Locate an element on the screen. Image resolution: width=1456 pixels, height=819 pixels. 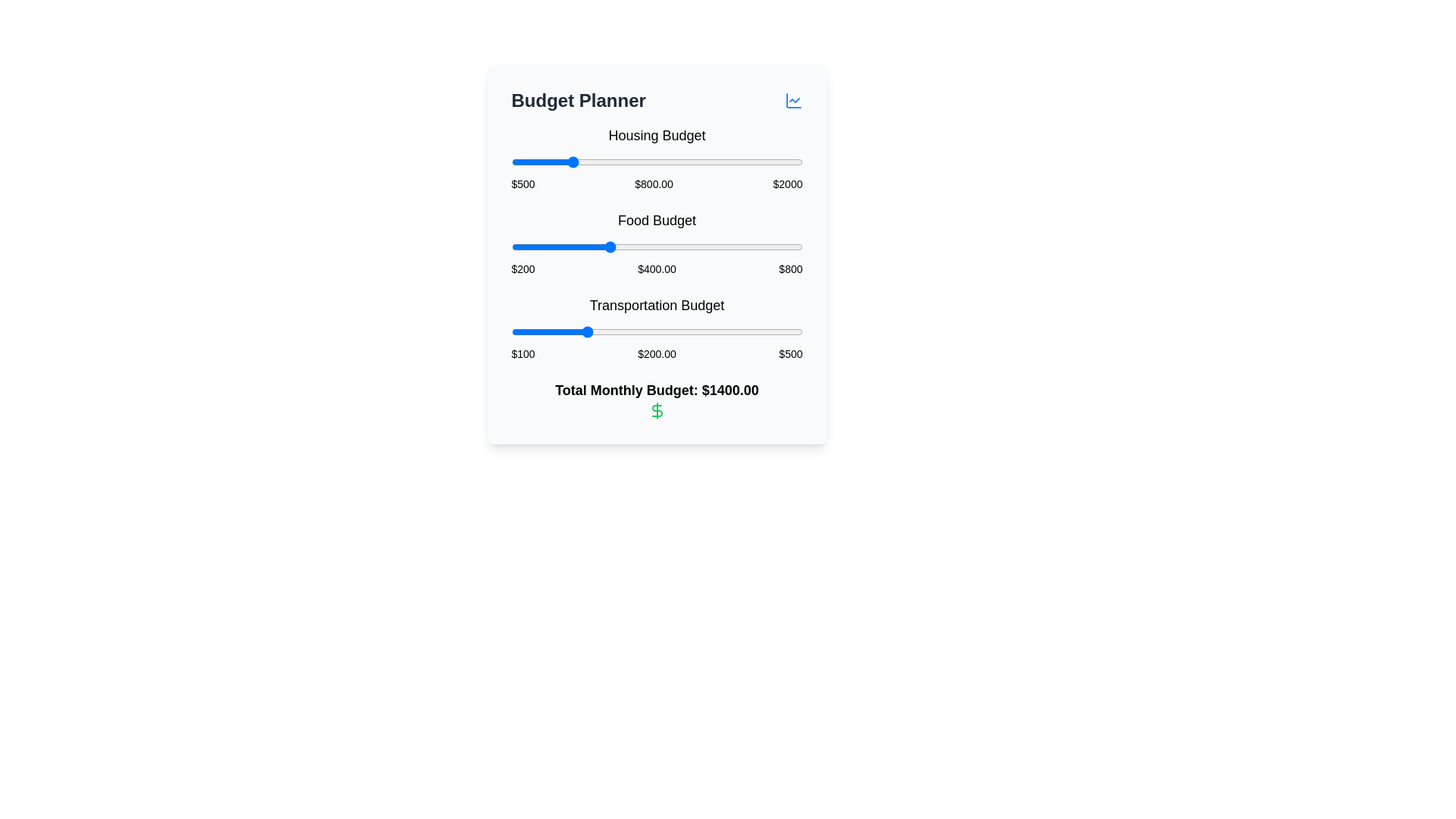
the text display showing '$100' in black font, which is the first item in the 'Transportation Budget' segment is located at coordinates (523, 353).